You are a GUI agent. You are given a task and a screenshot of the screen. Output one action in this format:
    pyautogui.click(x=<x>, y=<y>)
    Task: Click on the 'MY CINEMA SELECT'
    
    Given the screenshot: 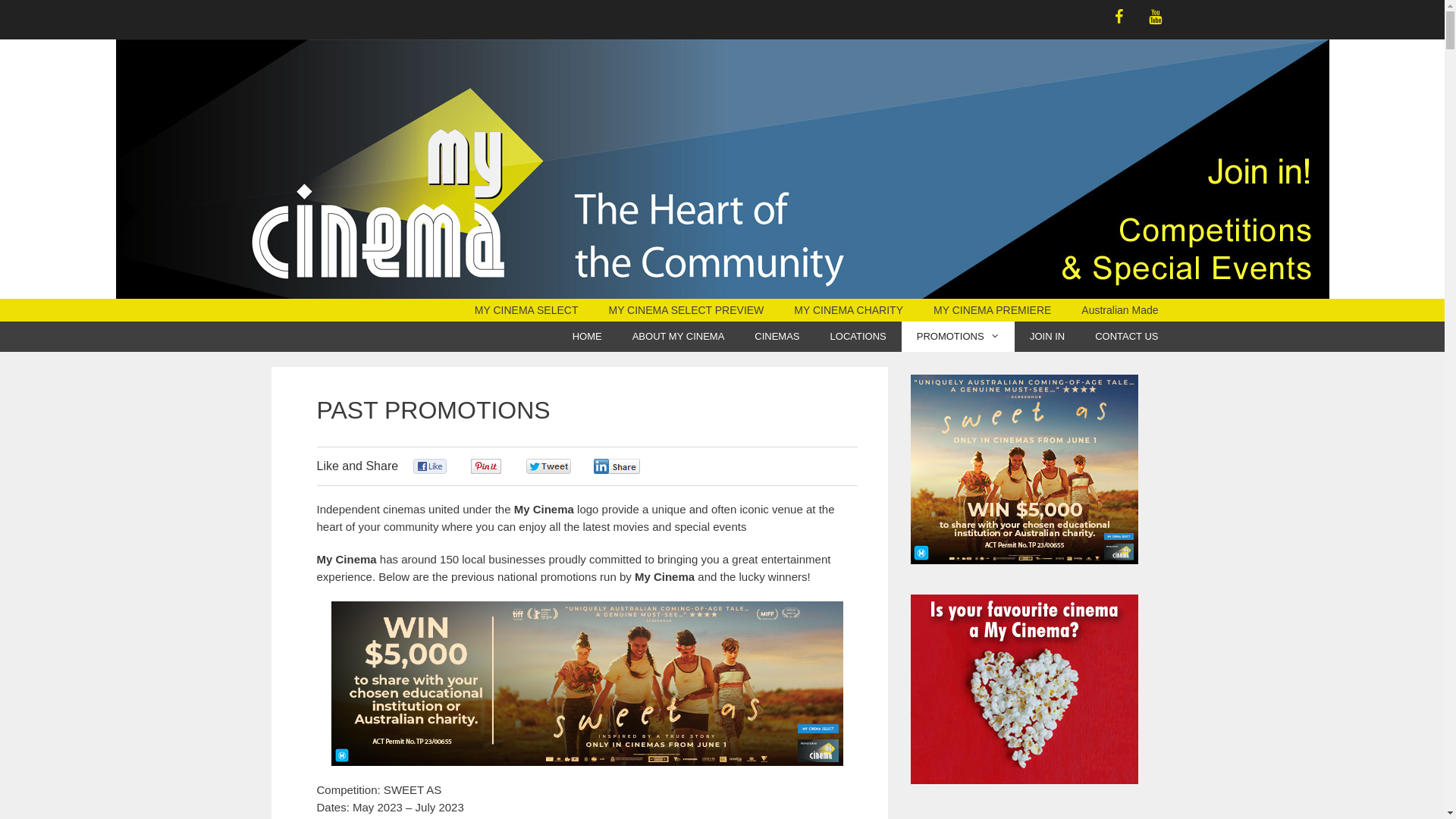 What is the action you would take?
    pyautogui.click(x=458, y=309)
    